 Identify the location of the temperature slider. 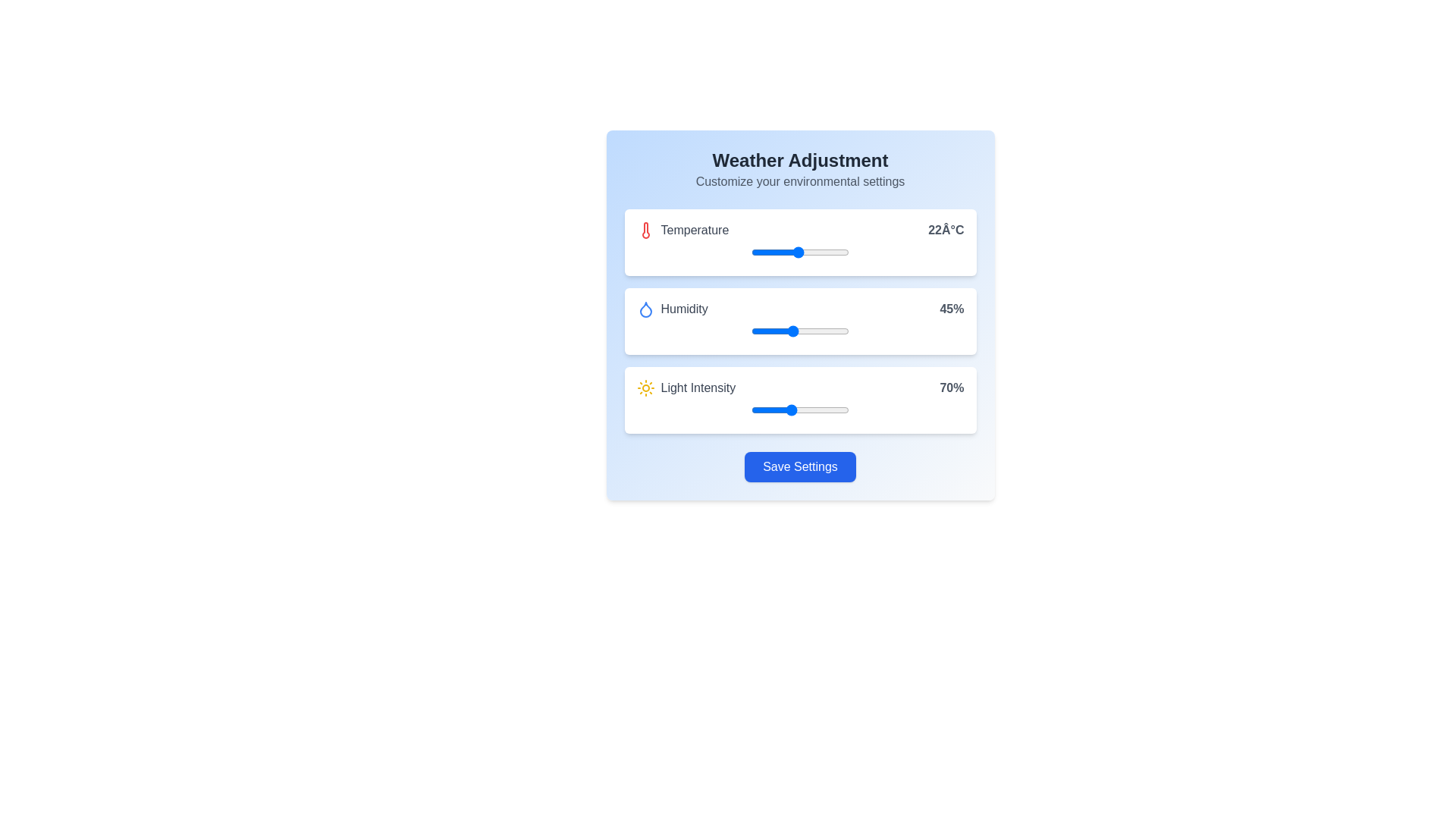
(817, 251).